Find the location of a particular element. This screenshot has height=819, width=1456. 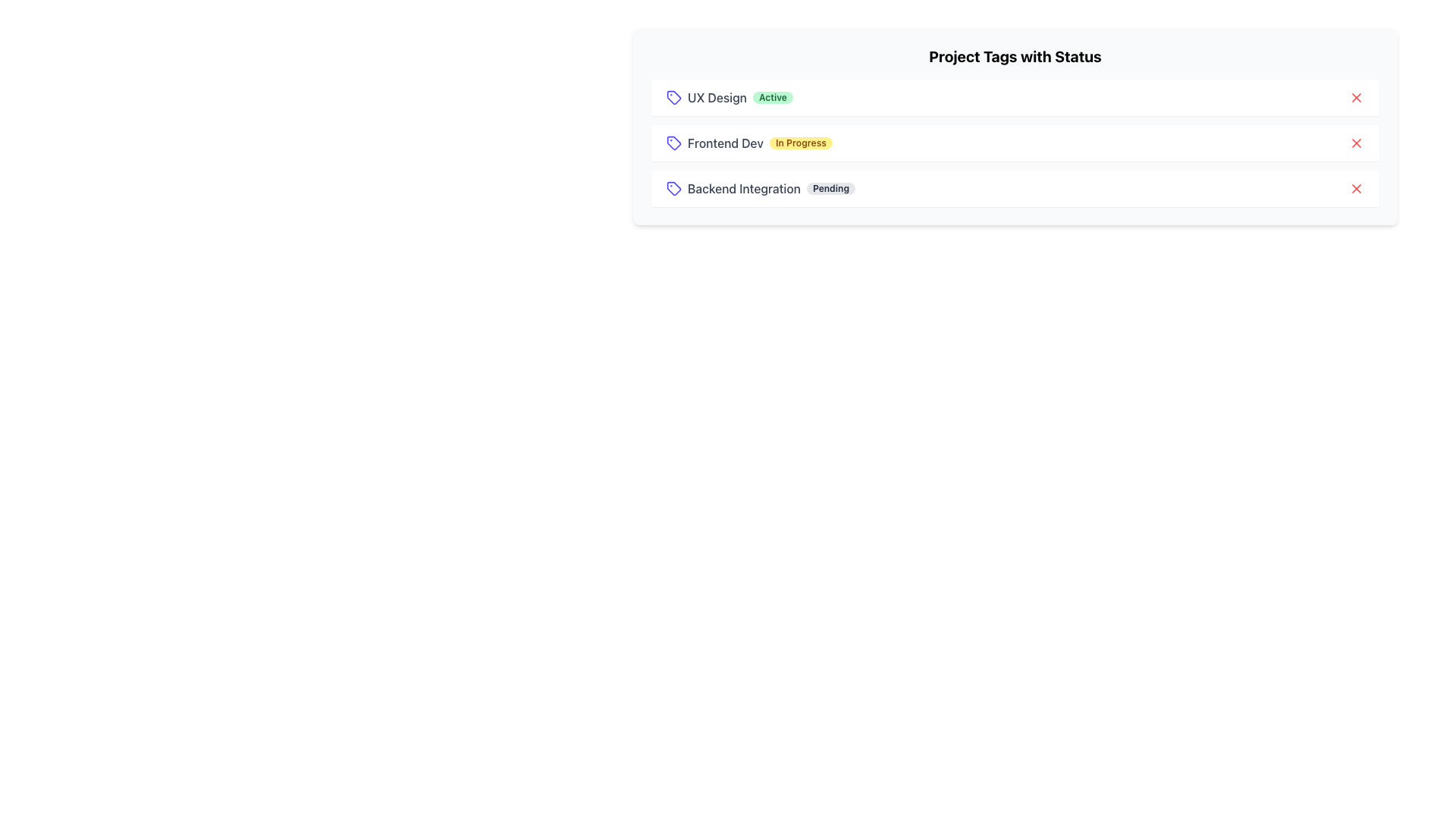

the 'Frontend Dev' task status card, which features a yellow 'In Progress' badge and a red 'Remove' button is located at coordinates (1015, 143).